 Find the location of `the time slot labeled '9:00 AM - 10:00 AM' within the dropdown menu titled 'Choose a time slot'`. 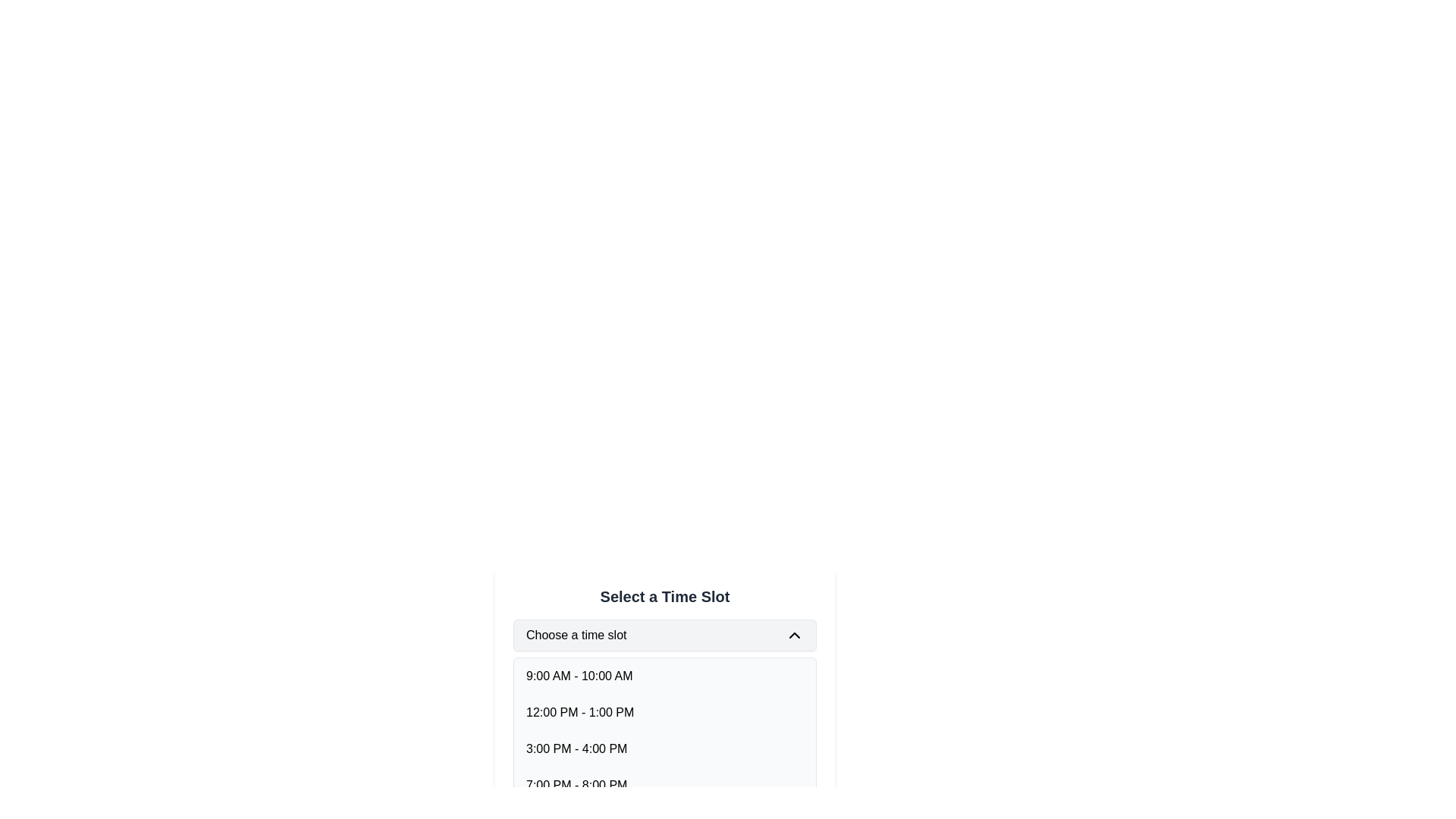

the time slot labeled '9:00 AM - 10:00 AM' within the dropdown menu titled 'Choose a time slot' is located at coordinates (579, 675).